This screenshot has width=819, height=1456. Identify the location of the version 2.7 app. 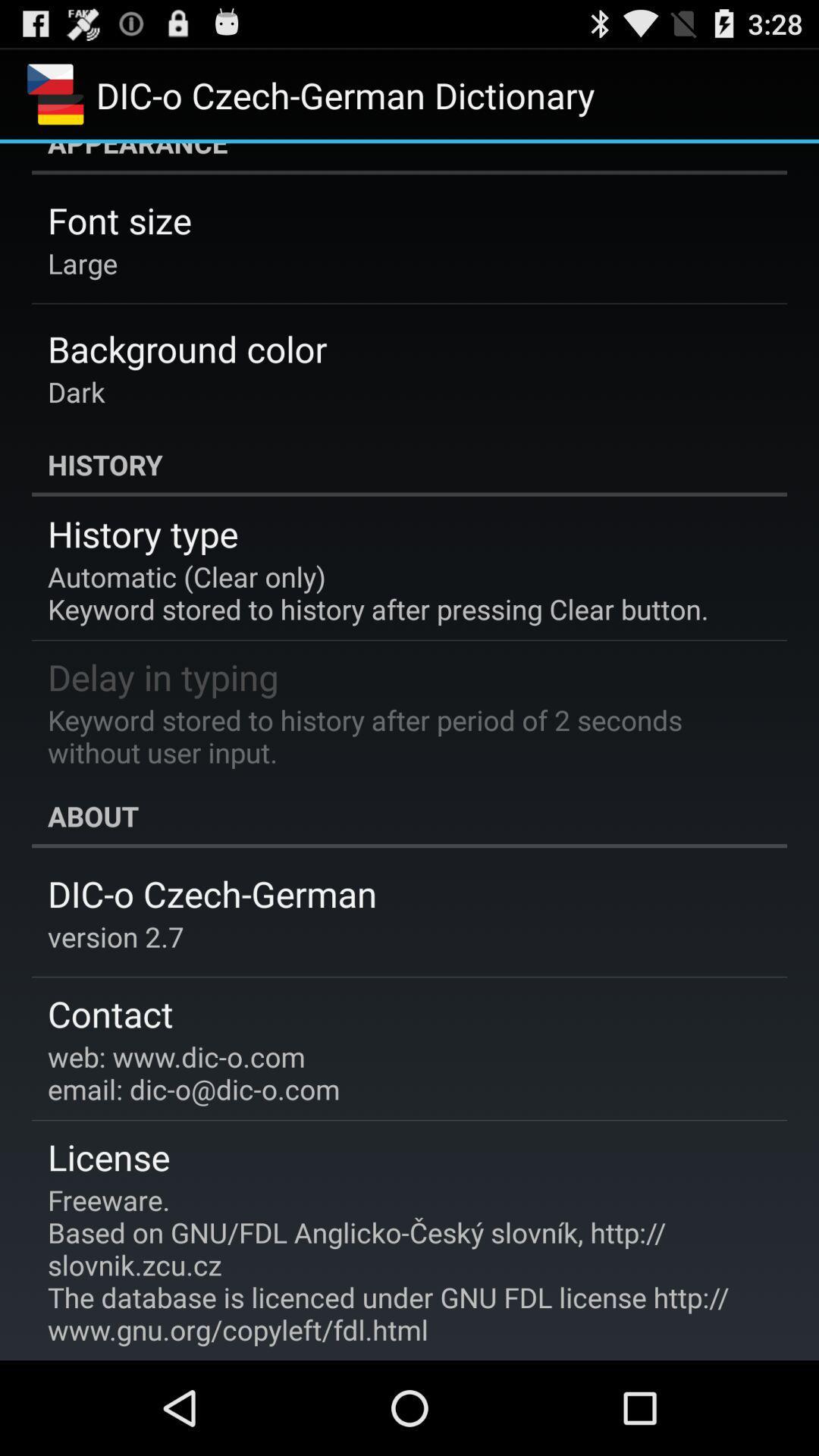
(115, 936).